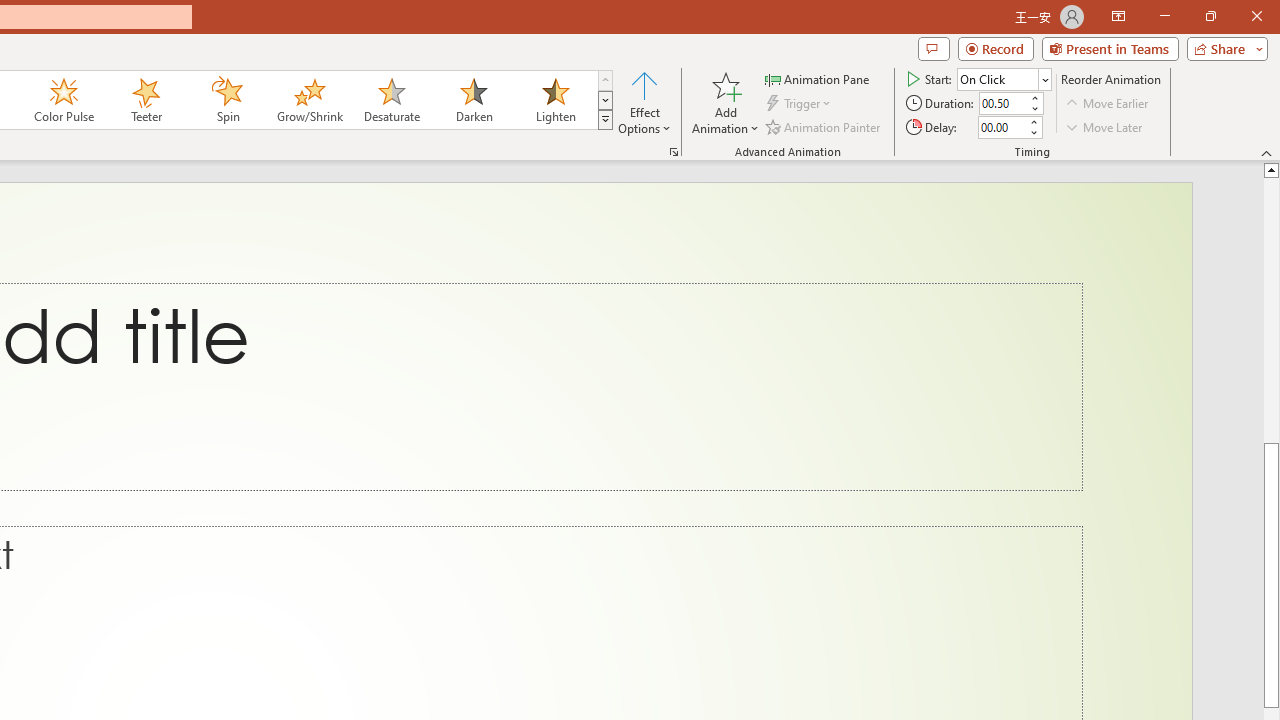  What do you see at coordinates (227, 100) in the screenshot?
I see `'Spin'` at bounding box center [227, 100].